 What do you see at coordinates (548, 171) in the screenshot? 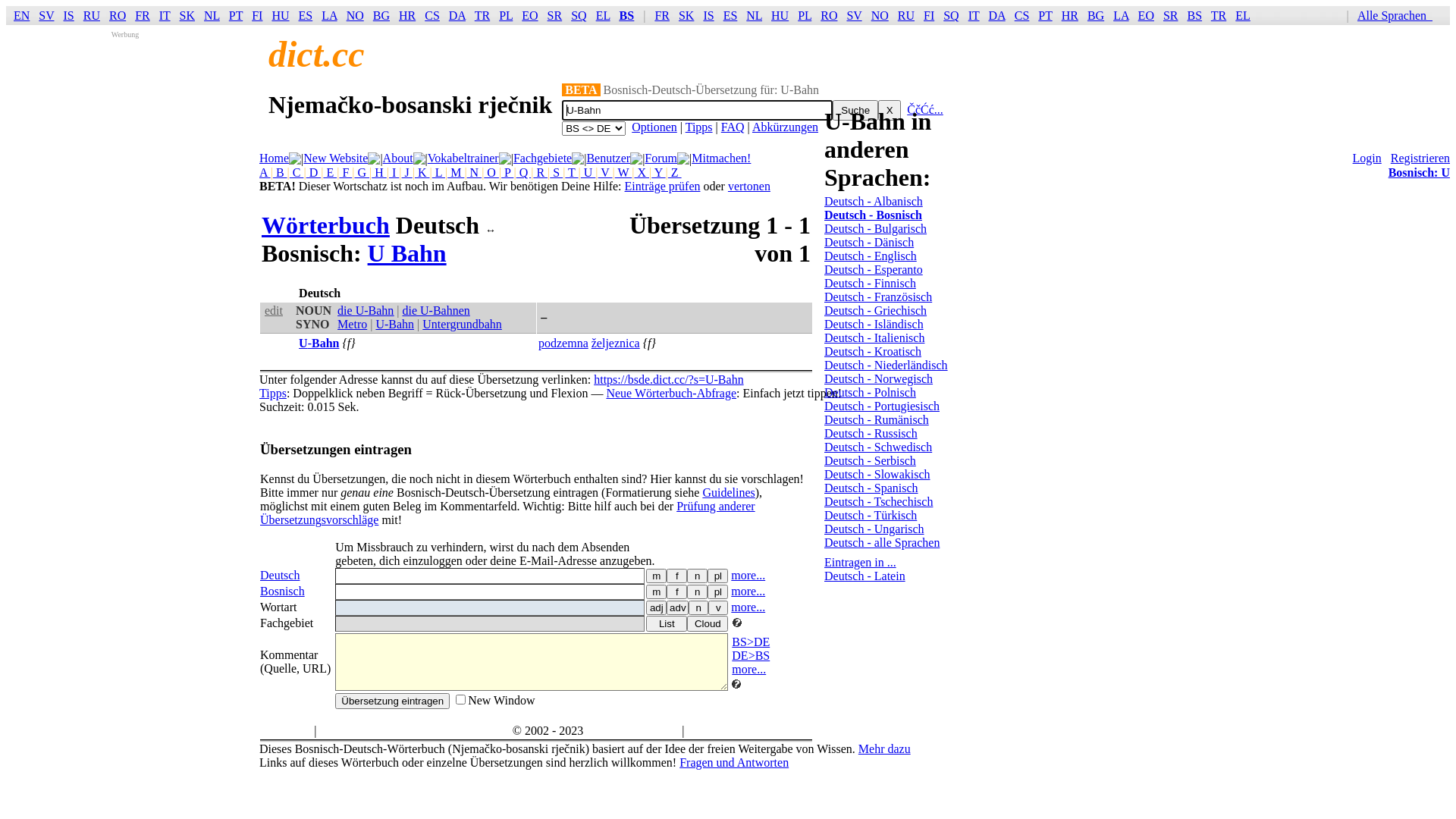
I see `'S'` at bounding box center [548, 171].